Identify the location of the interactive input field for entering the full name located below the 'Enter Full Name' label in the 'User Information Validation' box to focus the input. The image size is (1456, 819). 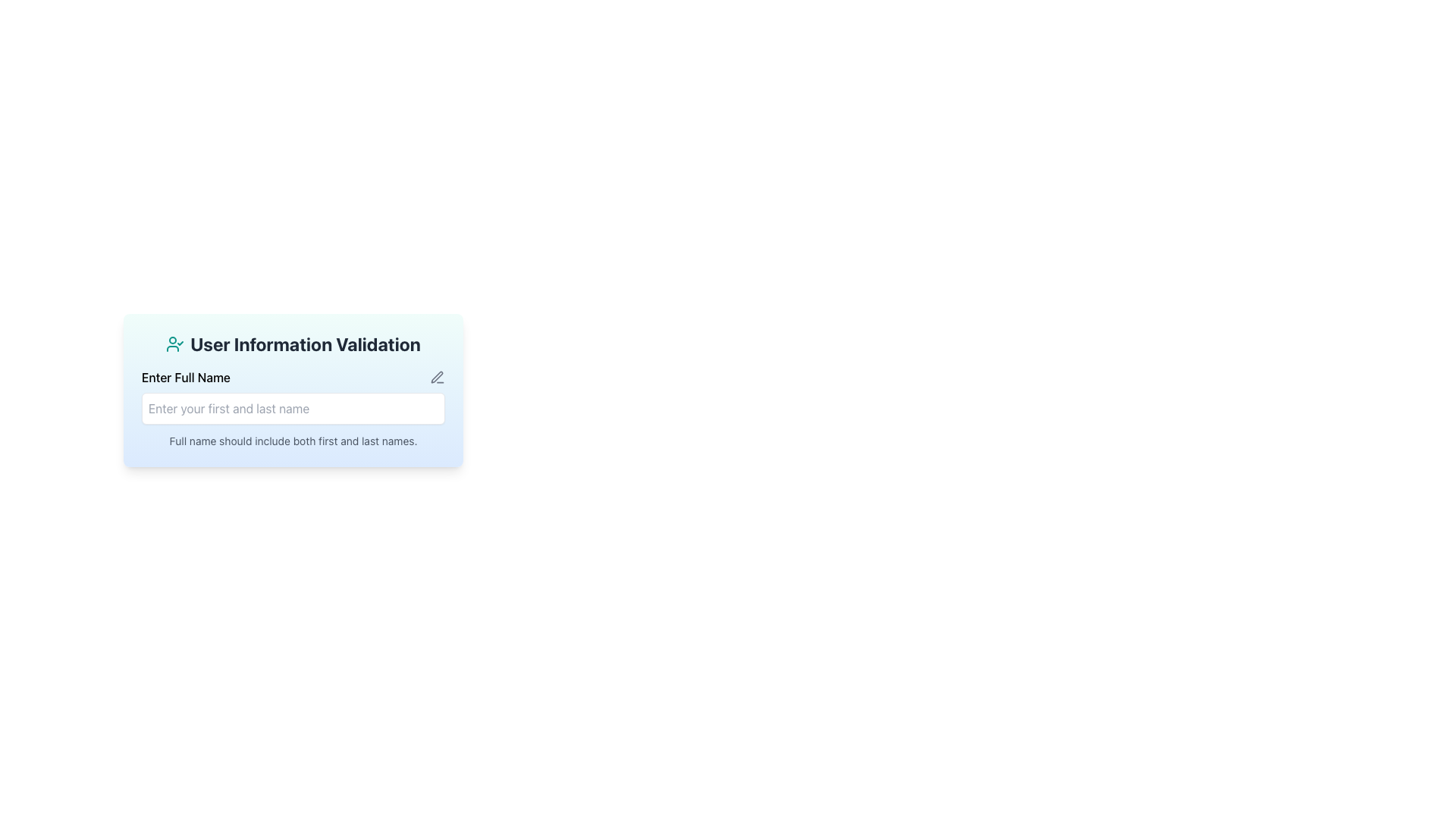
(293, 408).